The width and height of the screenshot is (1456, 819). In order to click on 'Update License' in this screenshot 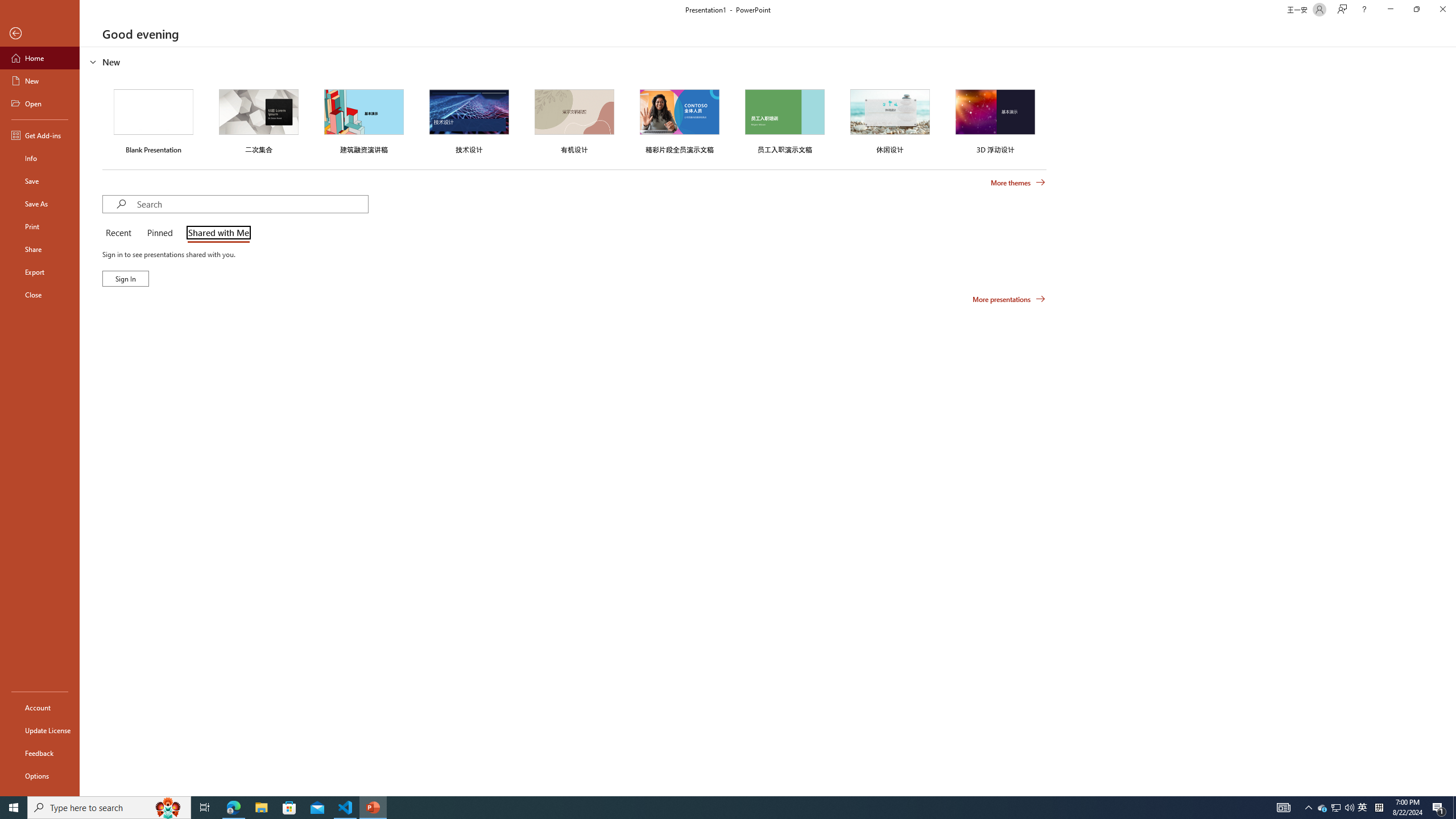, I will do `click(39, 730)`.